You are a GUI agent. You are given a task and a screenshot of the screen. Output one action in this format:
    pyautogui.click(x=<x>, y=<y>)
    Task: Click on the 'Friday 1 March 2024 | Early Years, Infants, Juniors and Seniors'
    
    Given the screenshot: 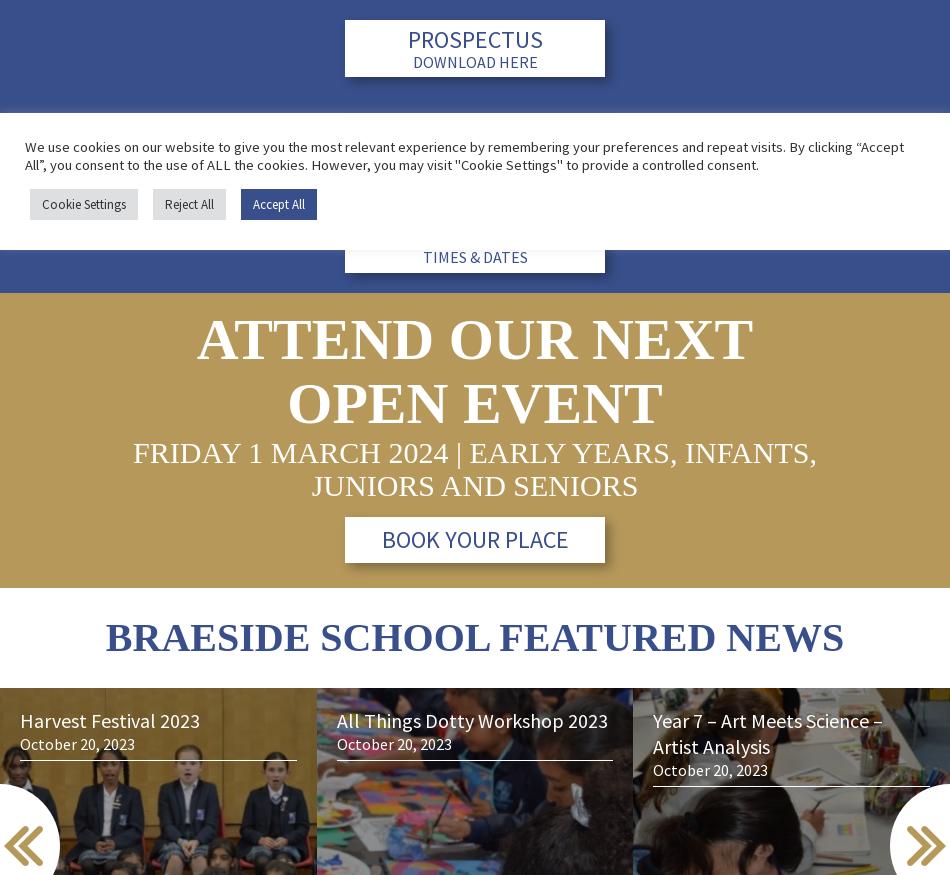 What is the action you would take?
    pyautogui.click(x=133, y=468)
    